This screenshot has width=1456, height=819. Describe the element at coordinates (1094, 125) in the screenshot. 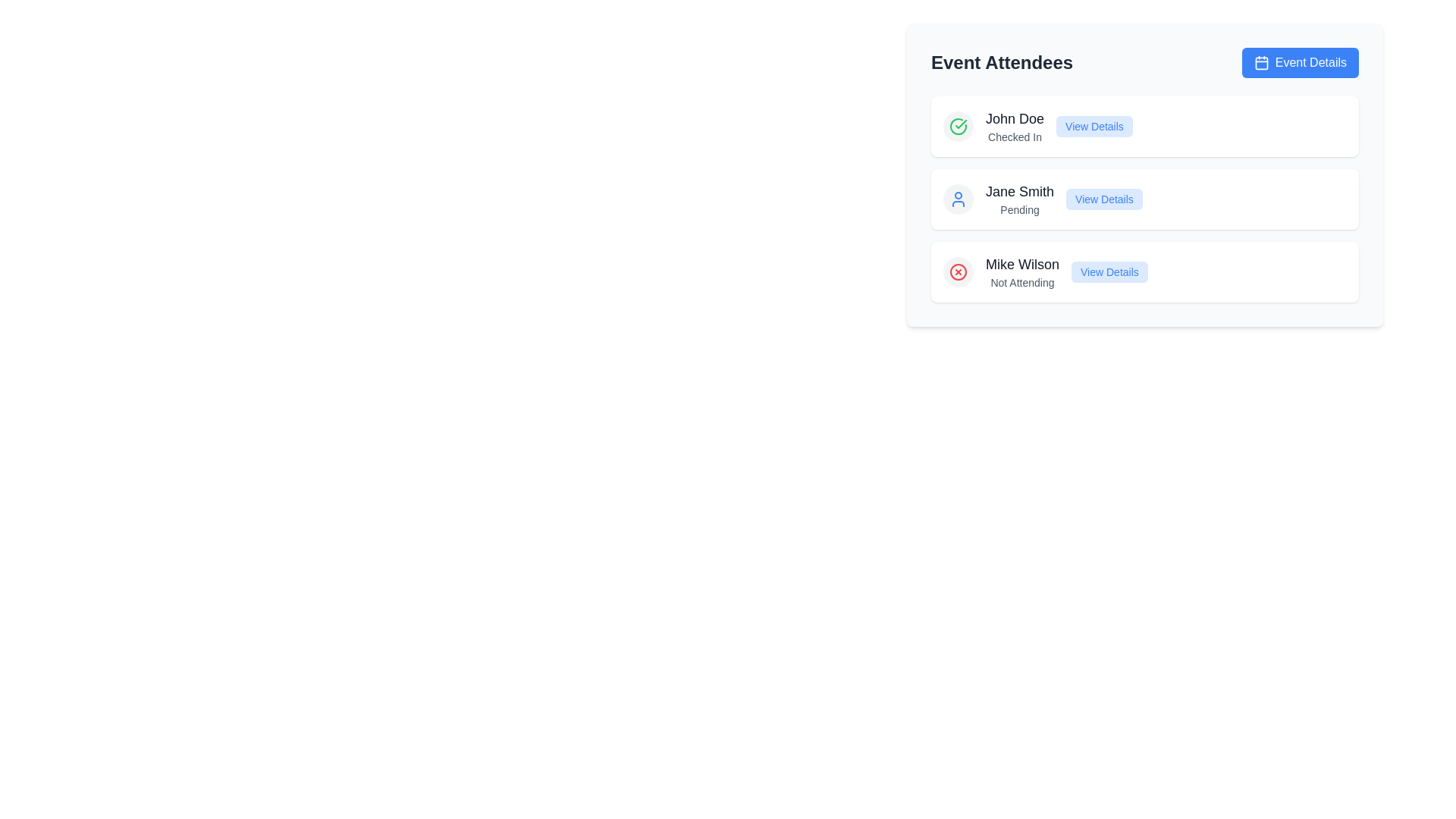

I see `the button` at that location.